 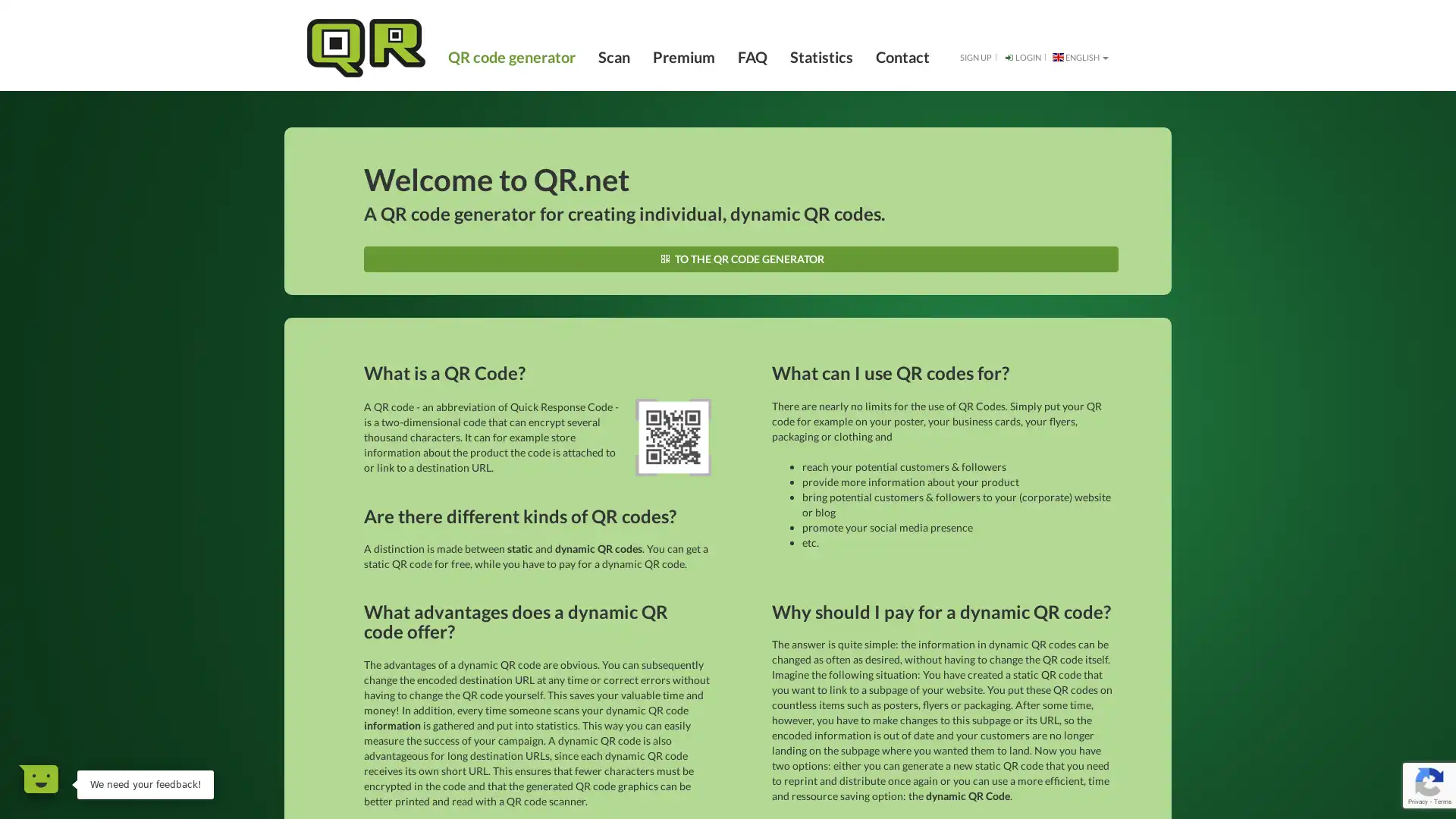 I want to click on TO THE QR CODE GENERATOR, so click(x=741, y=259).